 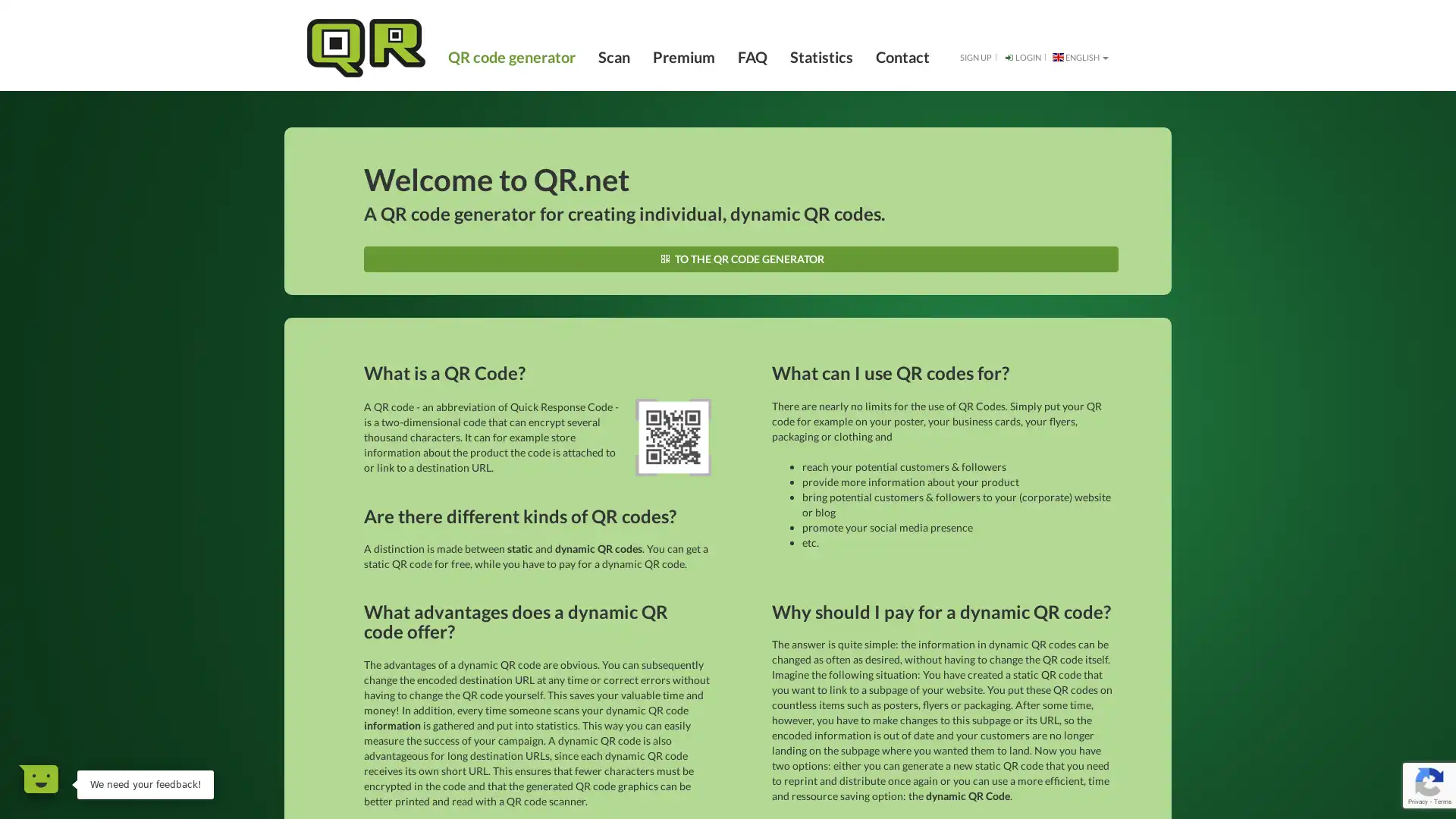 I want to click on TO THE QR CODE GENERATOR, so click(x=741, y=259).